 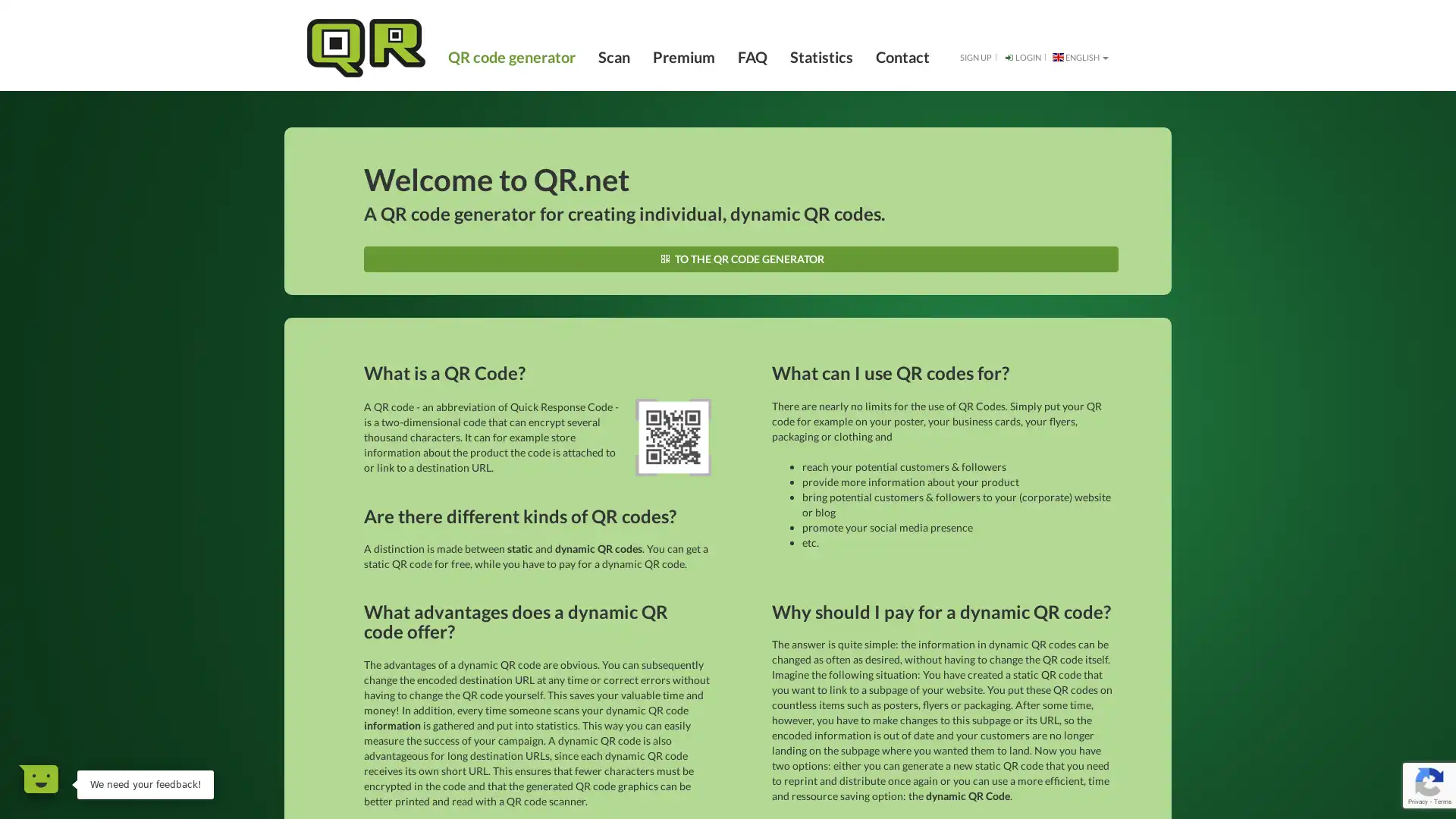 I want to click on TO THE QR CODE GENERATOR, so click(x=741, y=259).